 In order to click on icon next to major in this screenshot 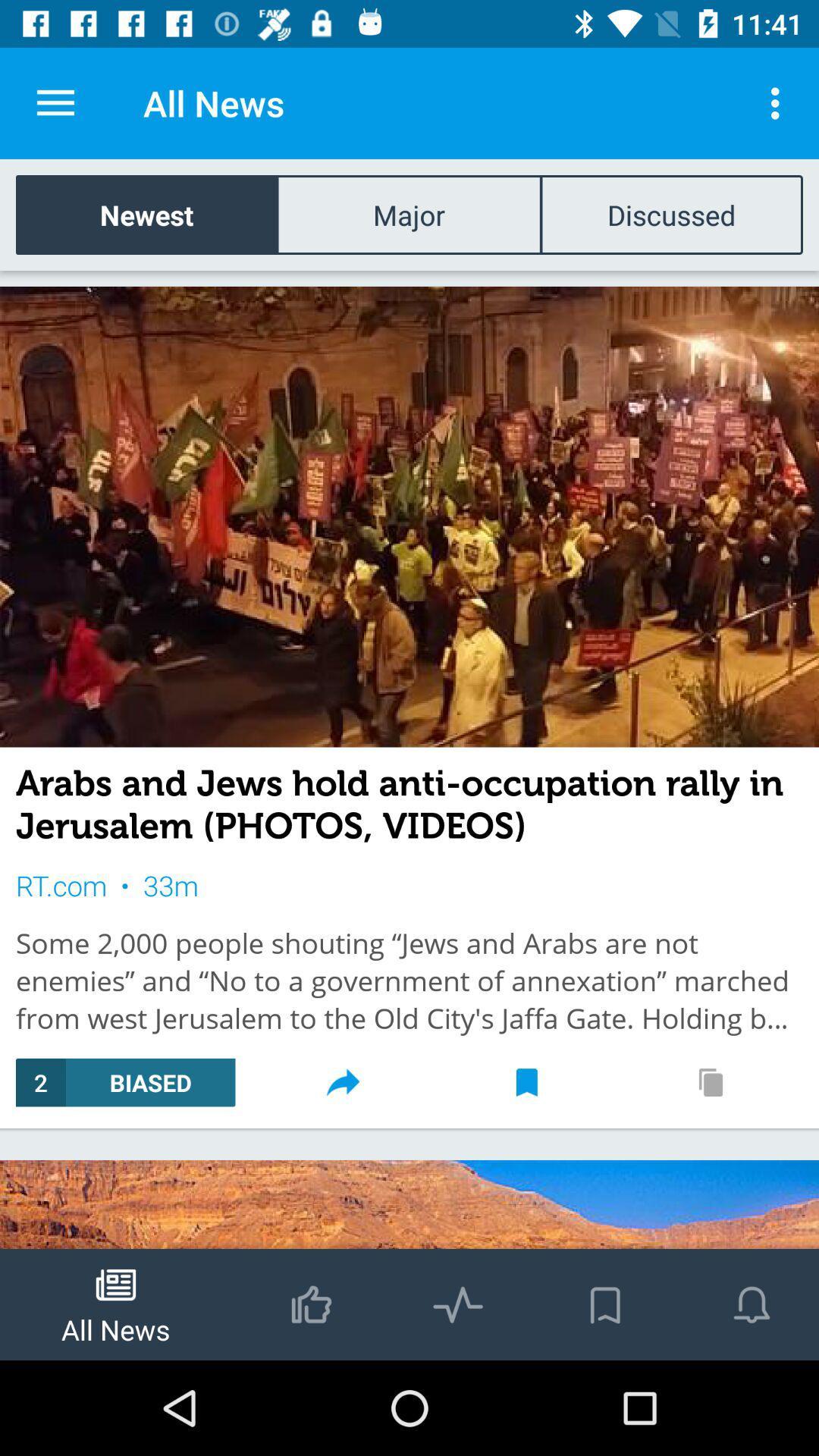, I will do `click(670, 214)`.